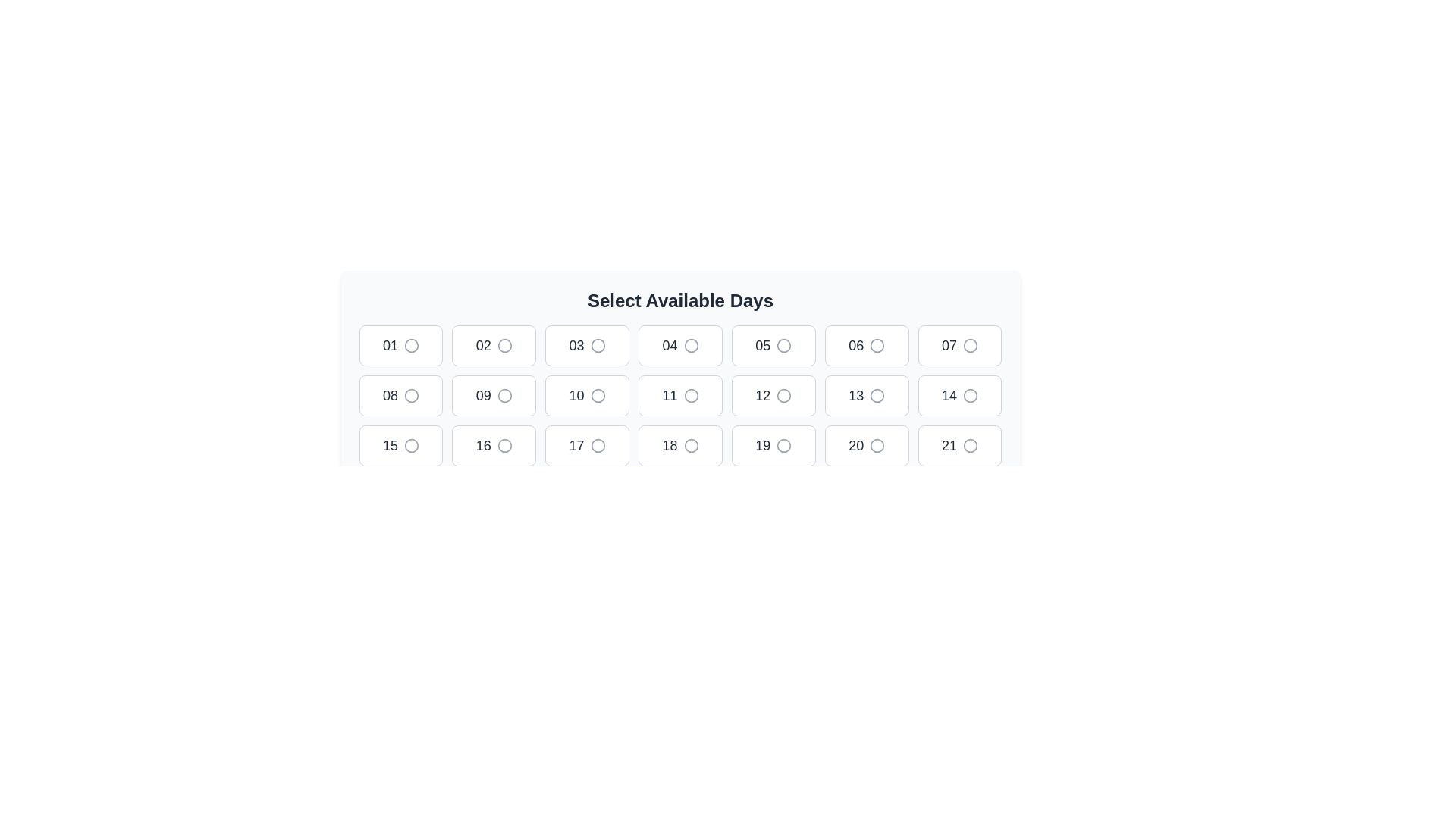 This screenshot has height=819, width=1456. I want to click on the radio button representing the choice for '12' in the second row of selectable days under 'Select Available Days', so click(783, 394).